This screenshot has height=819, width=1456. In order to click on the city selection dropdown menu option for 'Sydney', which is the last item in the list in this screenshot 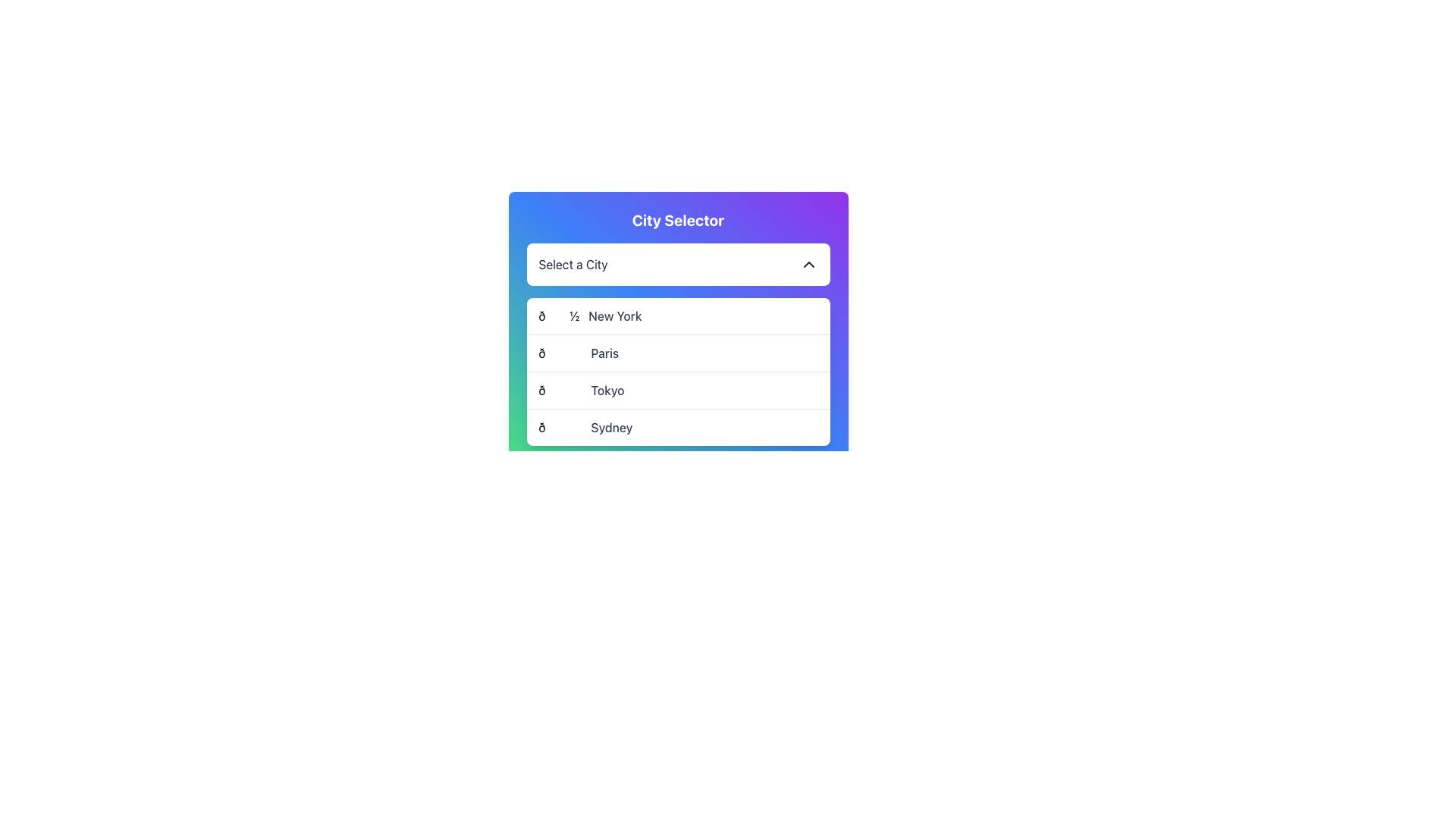, I will do `click(585, 427)`.